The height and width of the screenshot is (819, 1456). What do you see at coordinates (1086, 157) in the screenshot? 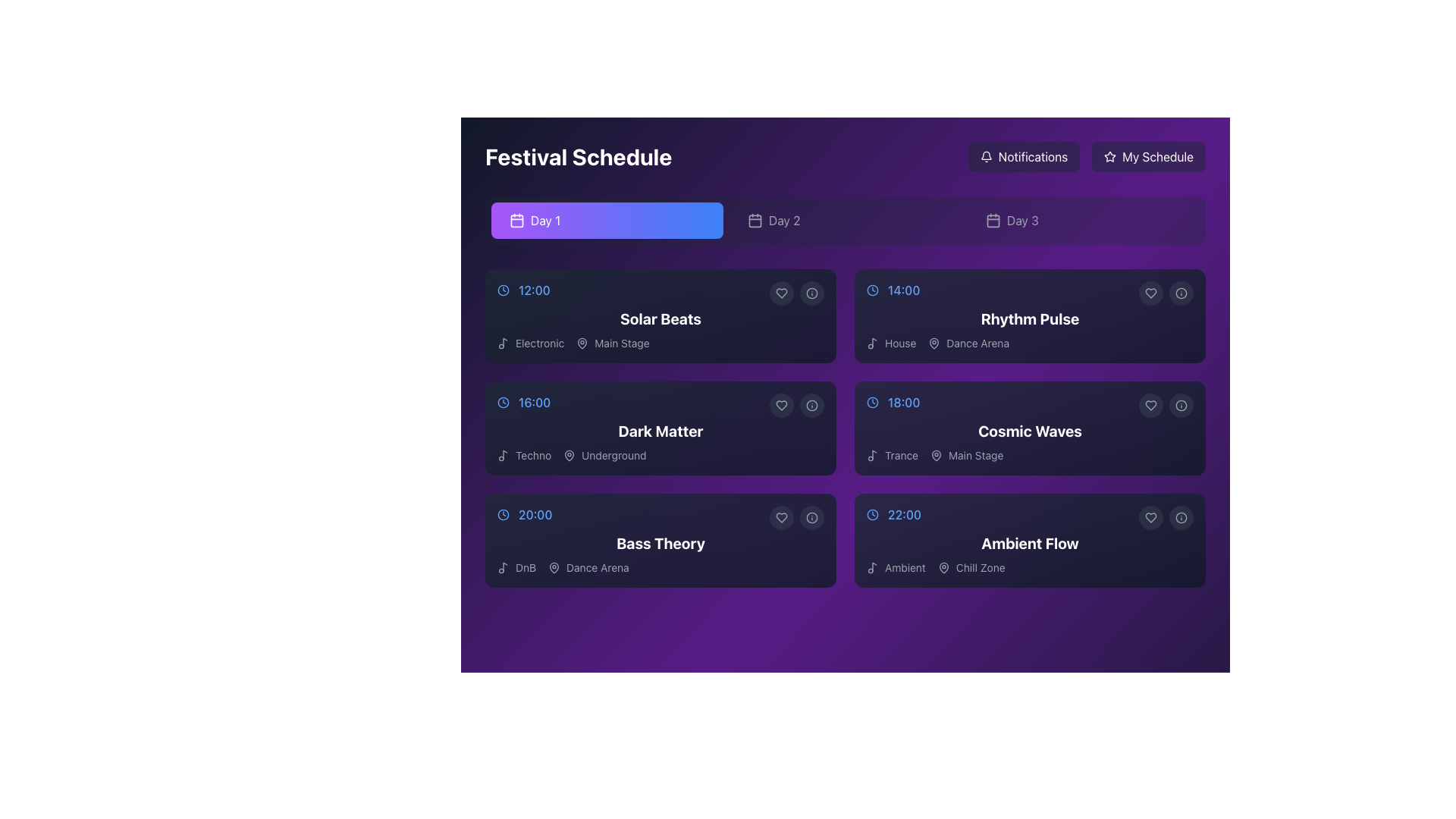
I see `the navigation menu consisting of 'Notifications' and 'My Schedule' buttons` at bounding box center [1086, 157].